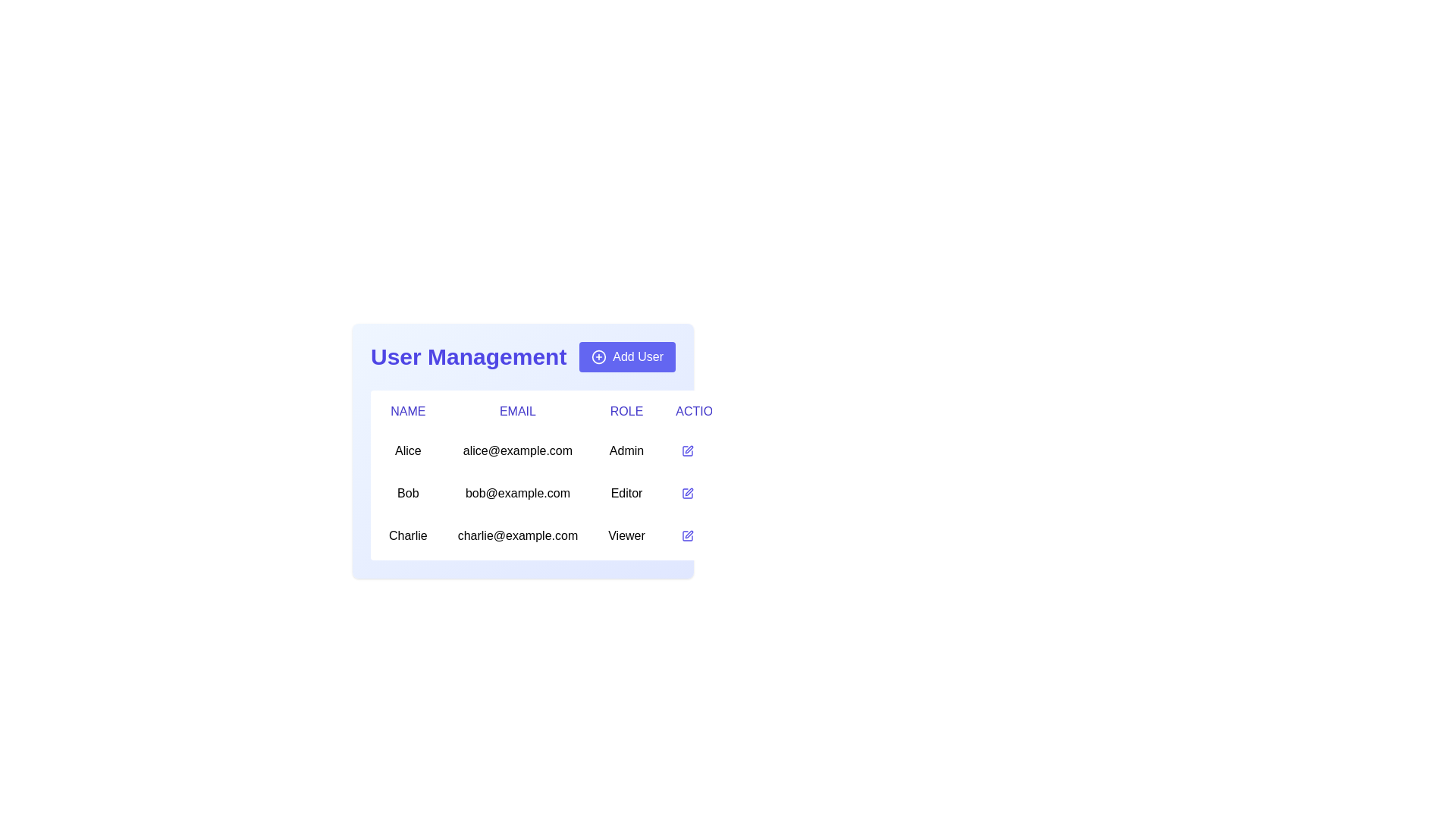  What do you see at coordinates (626, 412) in the screenshot?
I see `the header label for the 'Role' column in the table, which is located in the third column of the header row aligned with 'NAME' and 'EMAIL'` at bounding box center [626, 412].